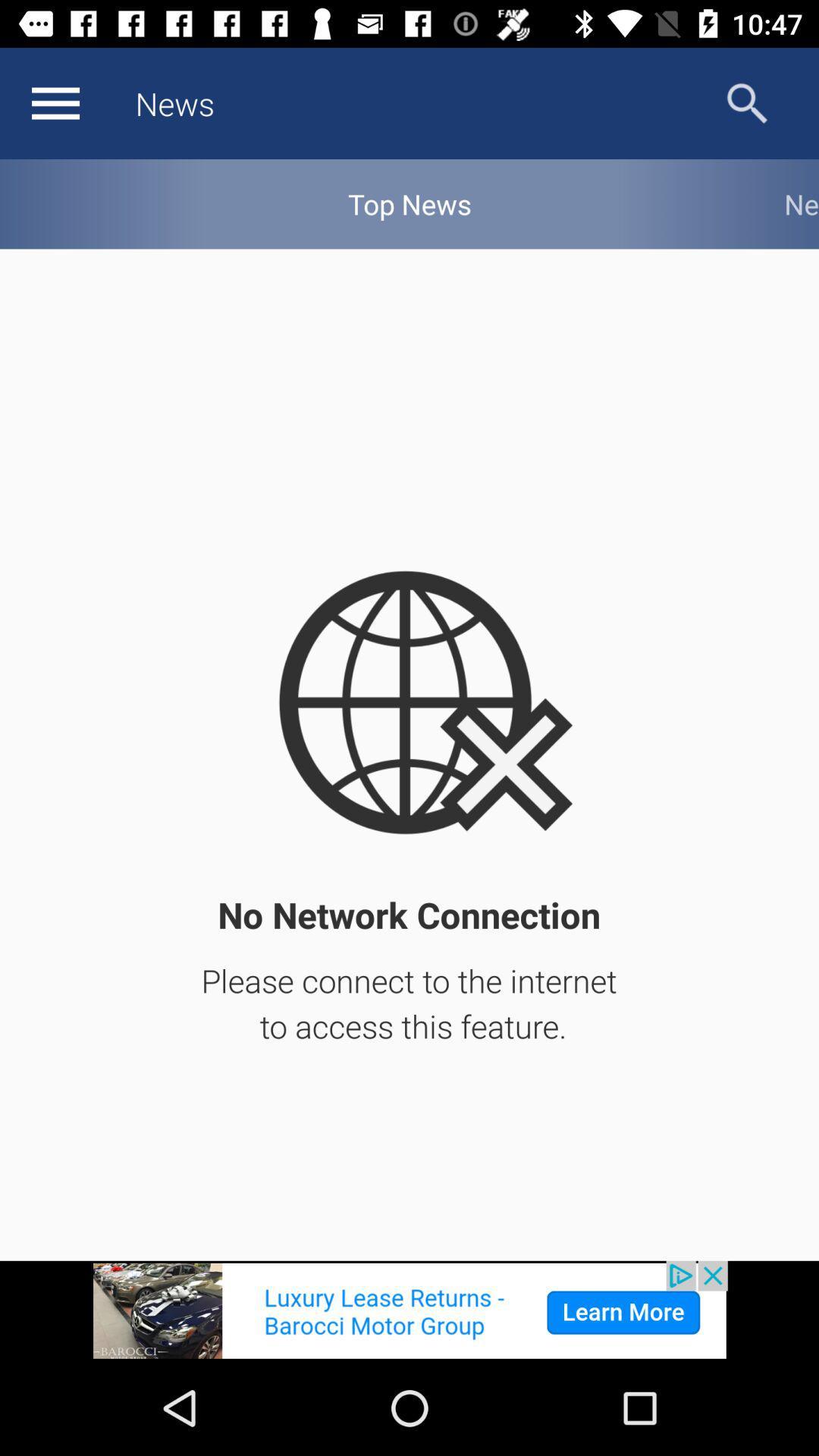 The height and width of the screenshot is (1456, 819). Describe the element at coordinates (746, 102) in the screenshot. I see `search` at that location.